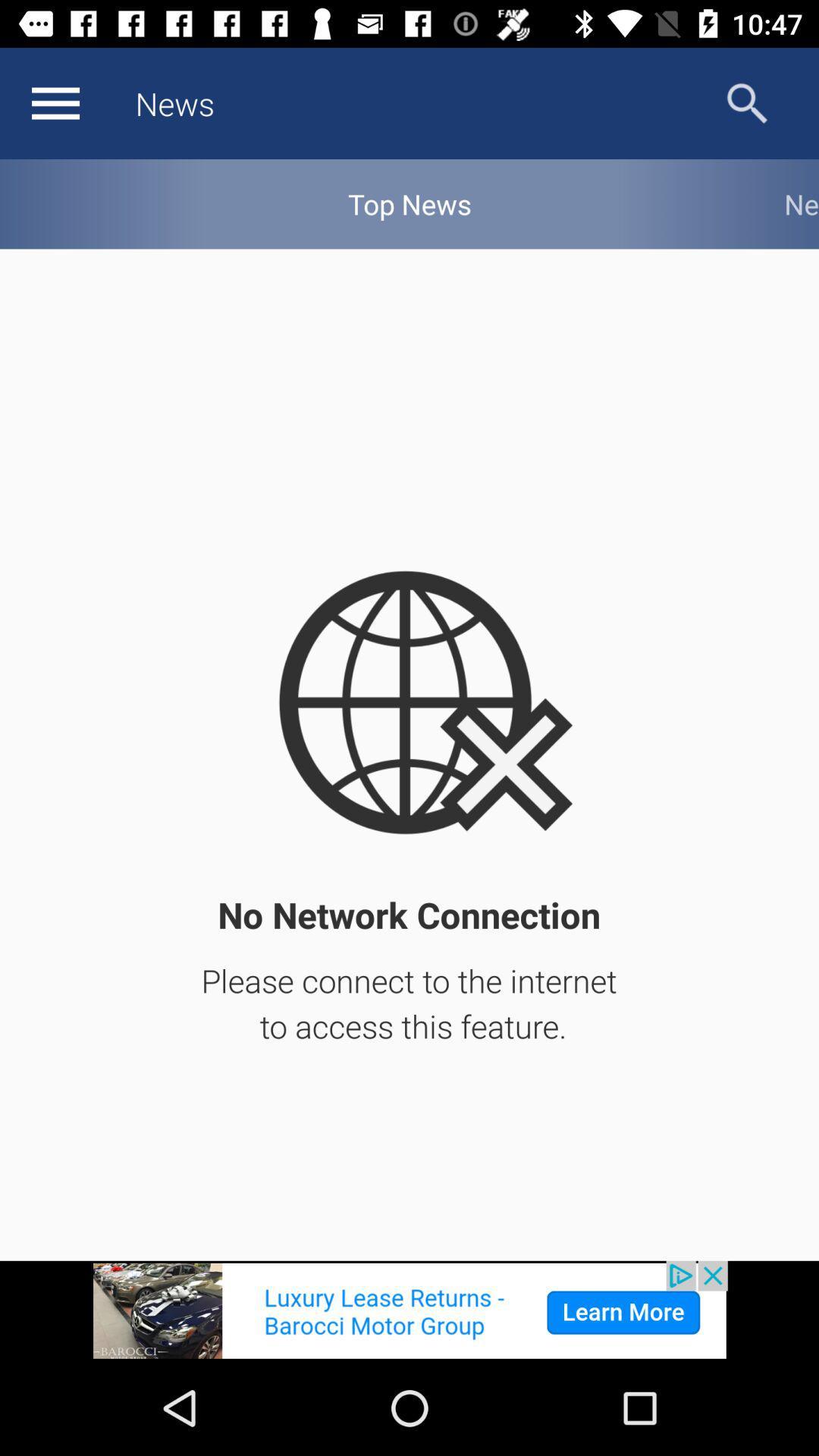 The height and width of the screenshot is (1456, 819). Describe the element at coordinates (746, 102) in the screenshot. I see `search` at that location.